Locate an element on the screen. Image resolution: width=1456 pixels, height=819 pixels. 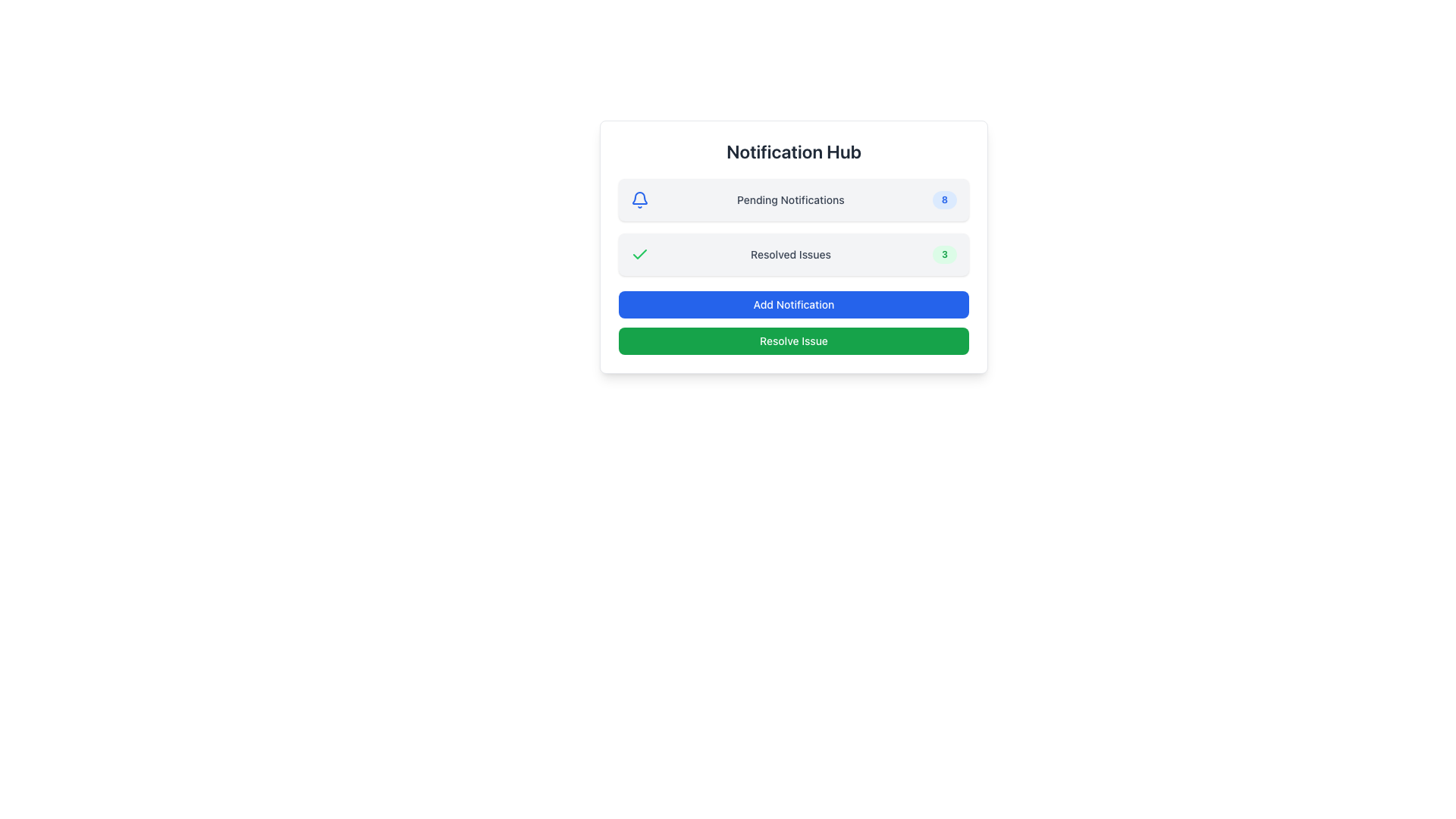
the notification icon located beside the 'Pending Notifications' text in the Notification Hub interface to read the tooltip is located at coordinates (640, 197).